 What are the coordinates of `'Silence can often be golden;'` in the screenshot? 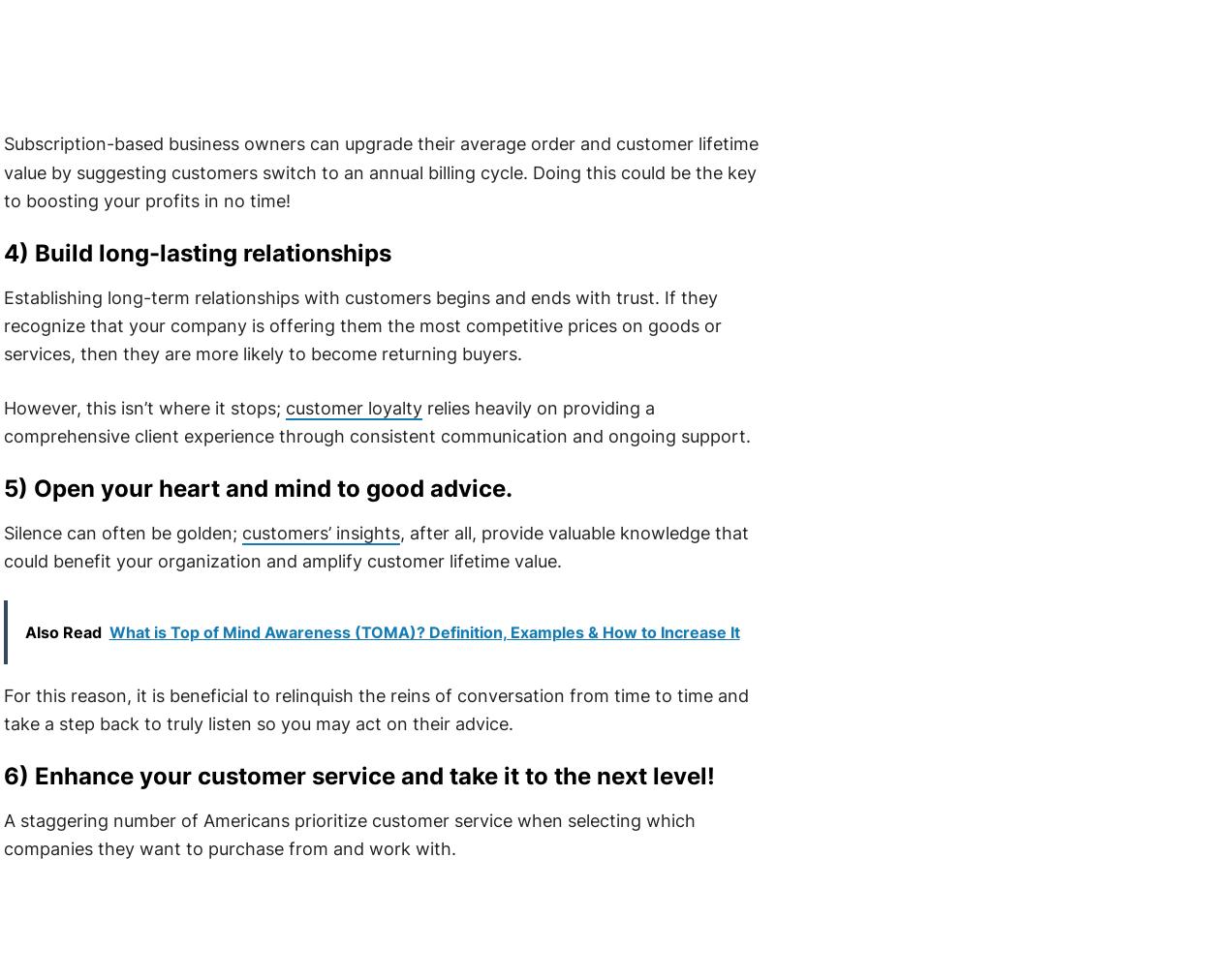 It's located at (122, 531).